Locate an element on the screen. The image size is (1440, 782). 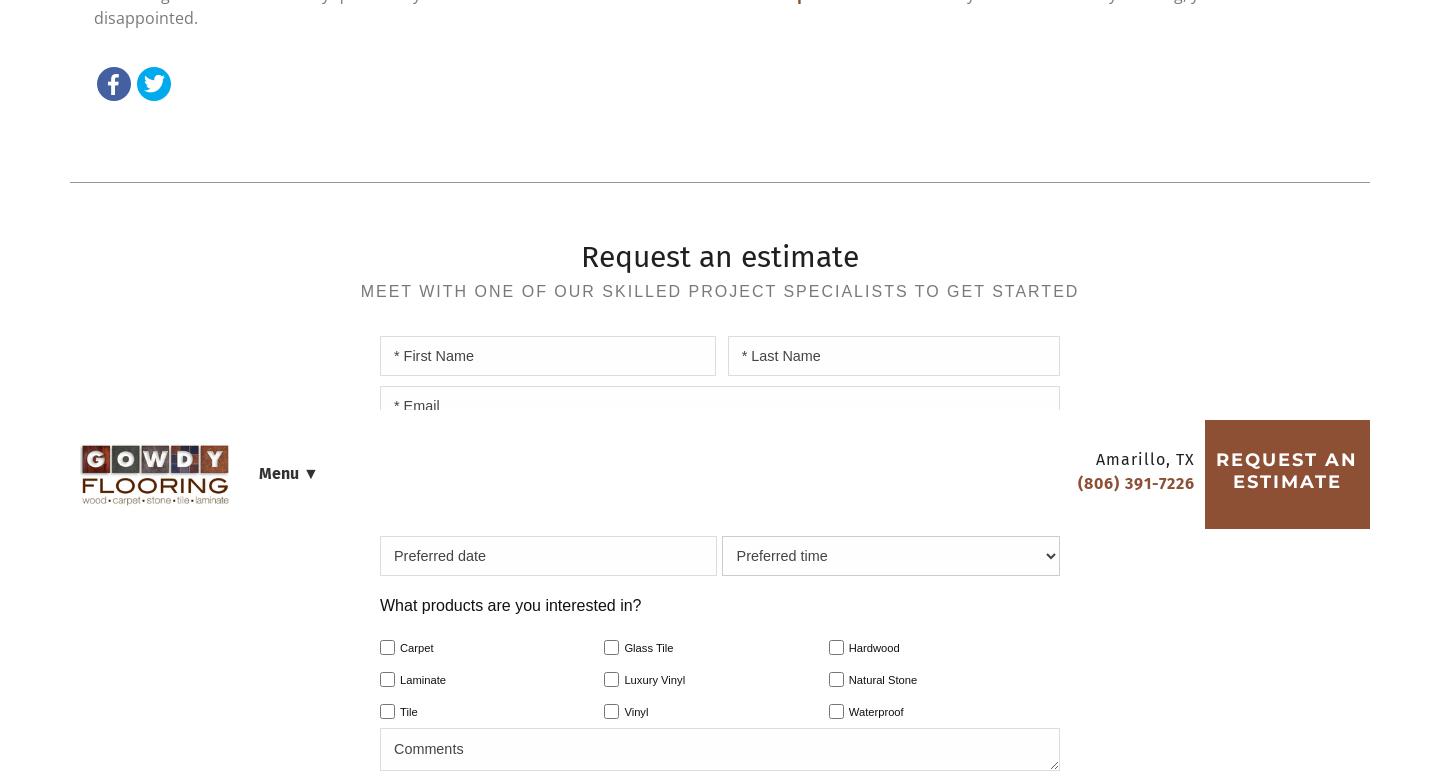
'Company' is located at coordinates (585, 78).